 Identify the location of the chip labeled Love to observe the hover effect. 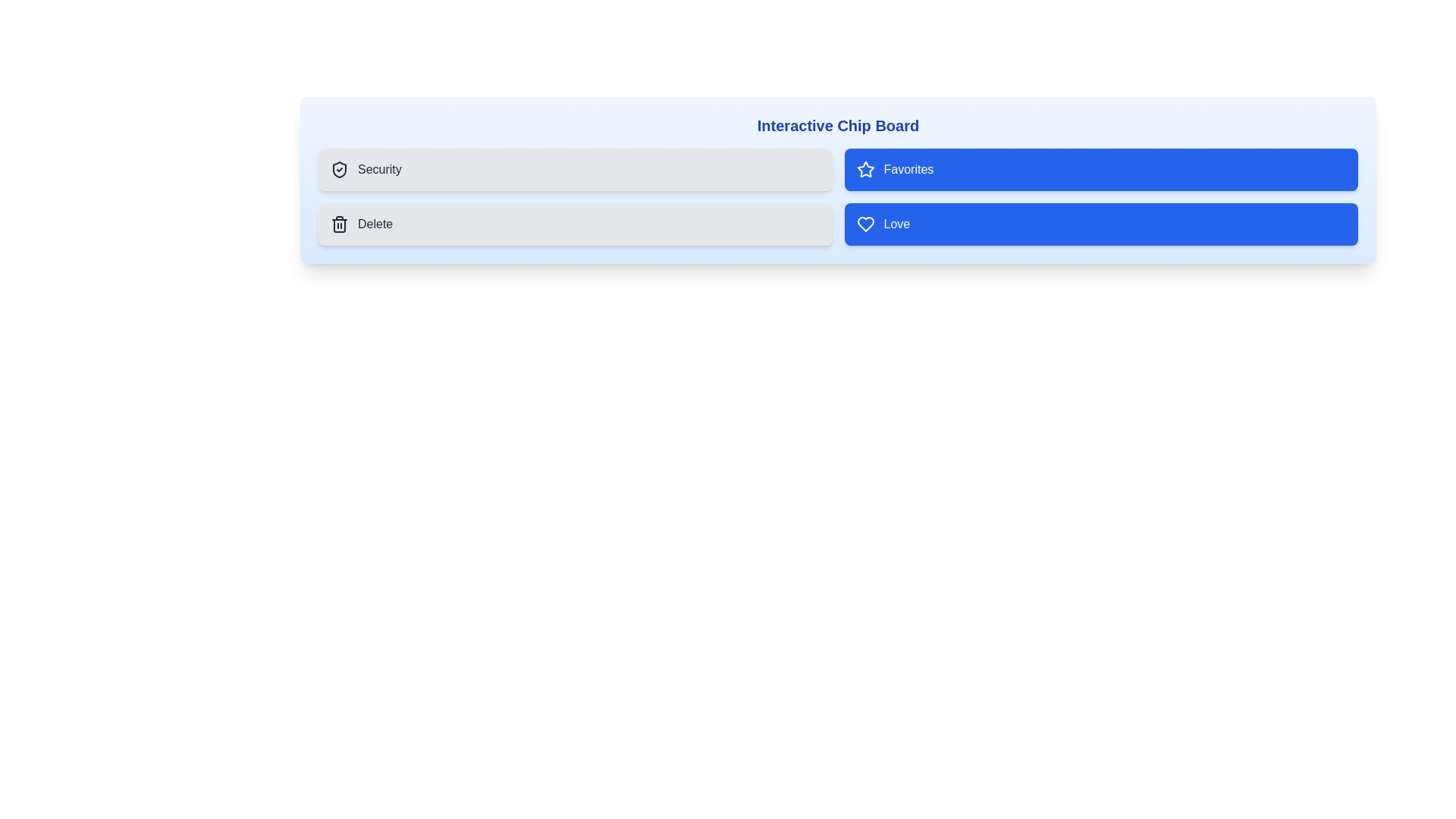
(1101, 224).